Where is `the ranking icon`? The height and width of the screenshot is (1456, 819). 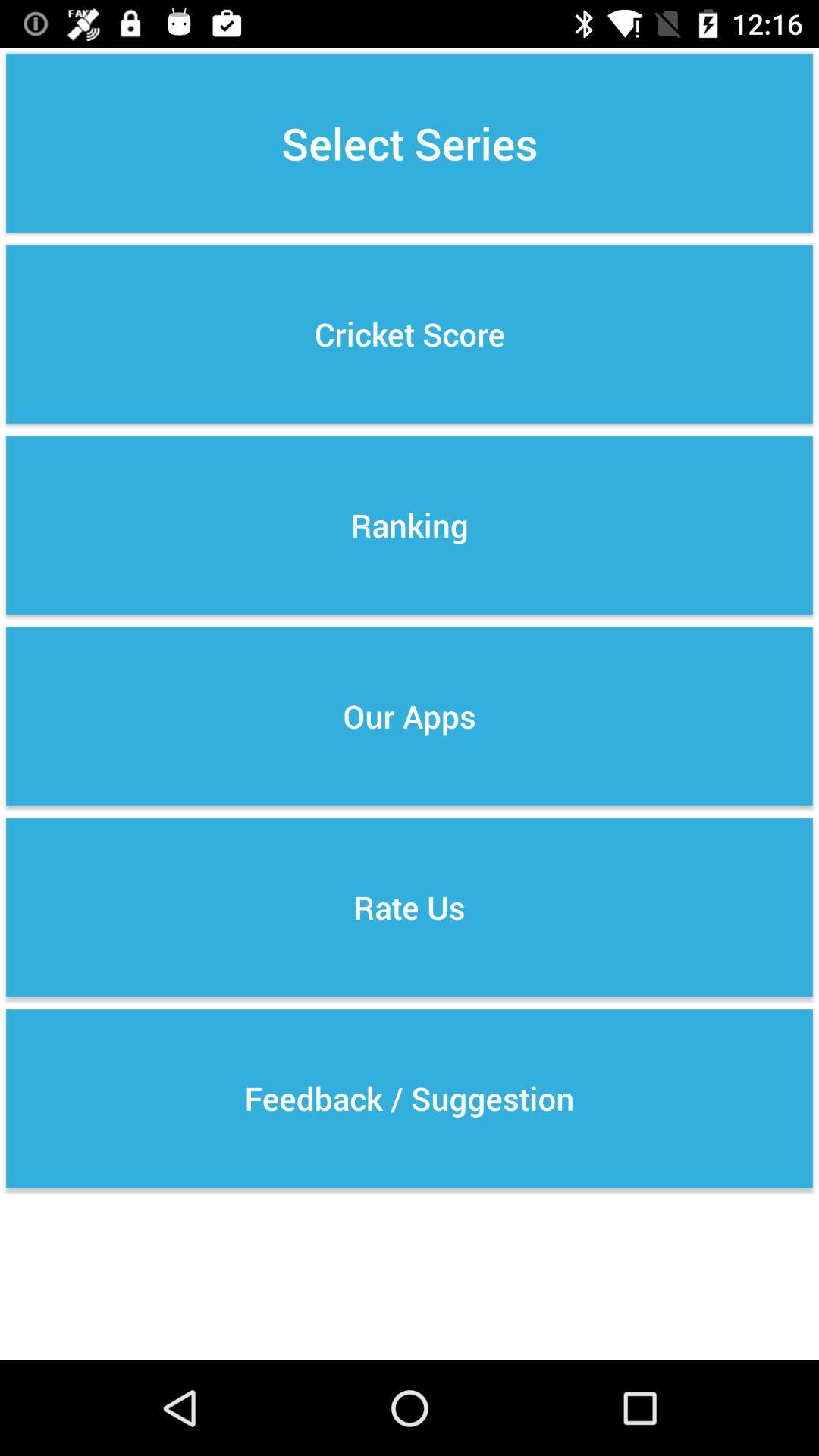 the ranking icon is located at coordinates (409, 525).